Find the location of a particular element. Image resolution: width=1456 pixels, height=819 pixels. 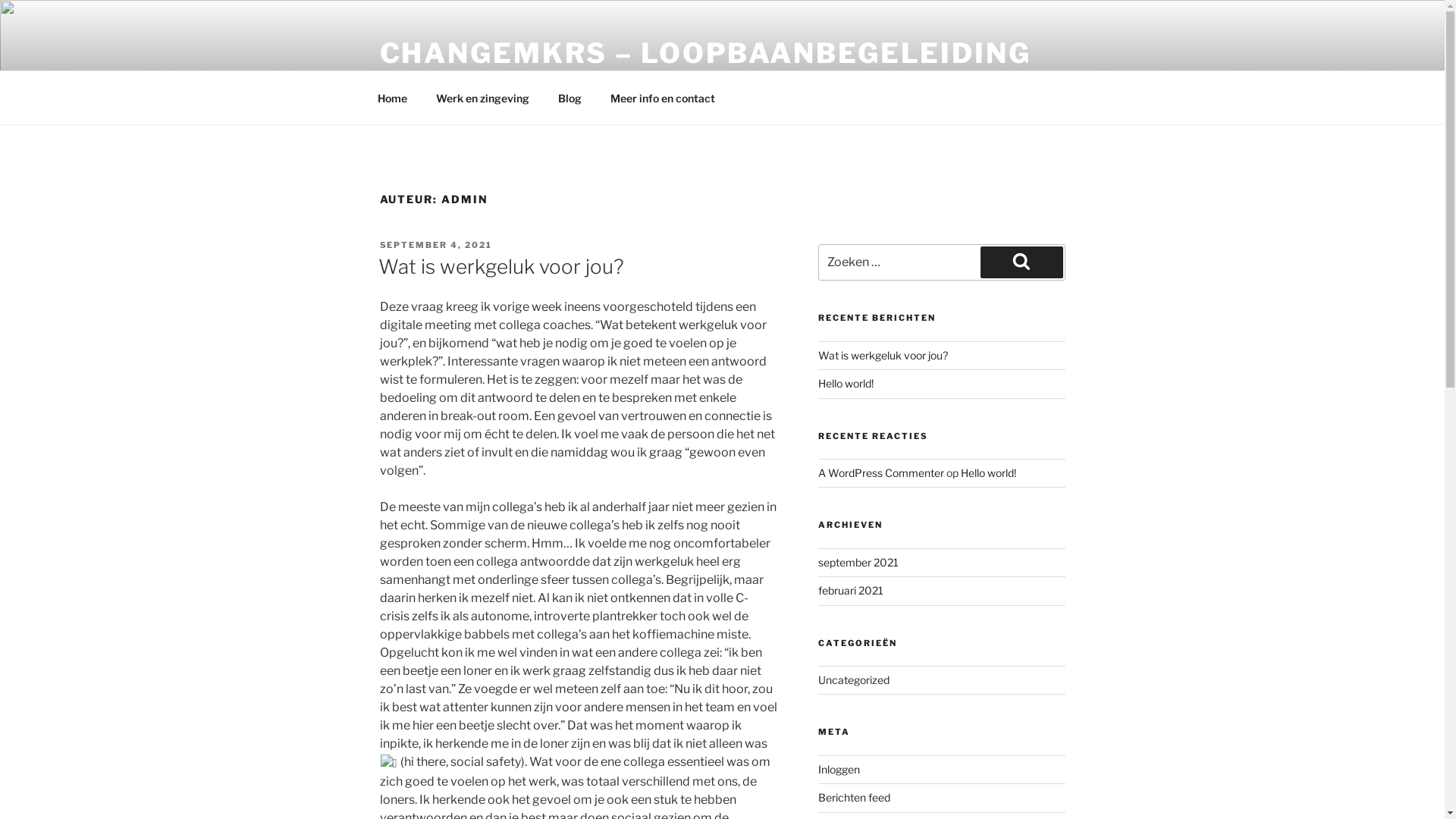

'SEPTEMBER 4, 2021' is located at coordinates (435, 244).